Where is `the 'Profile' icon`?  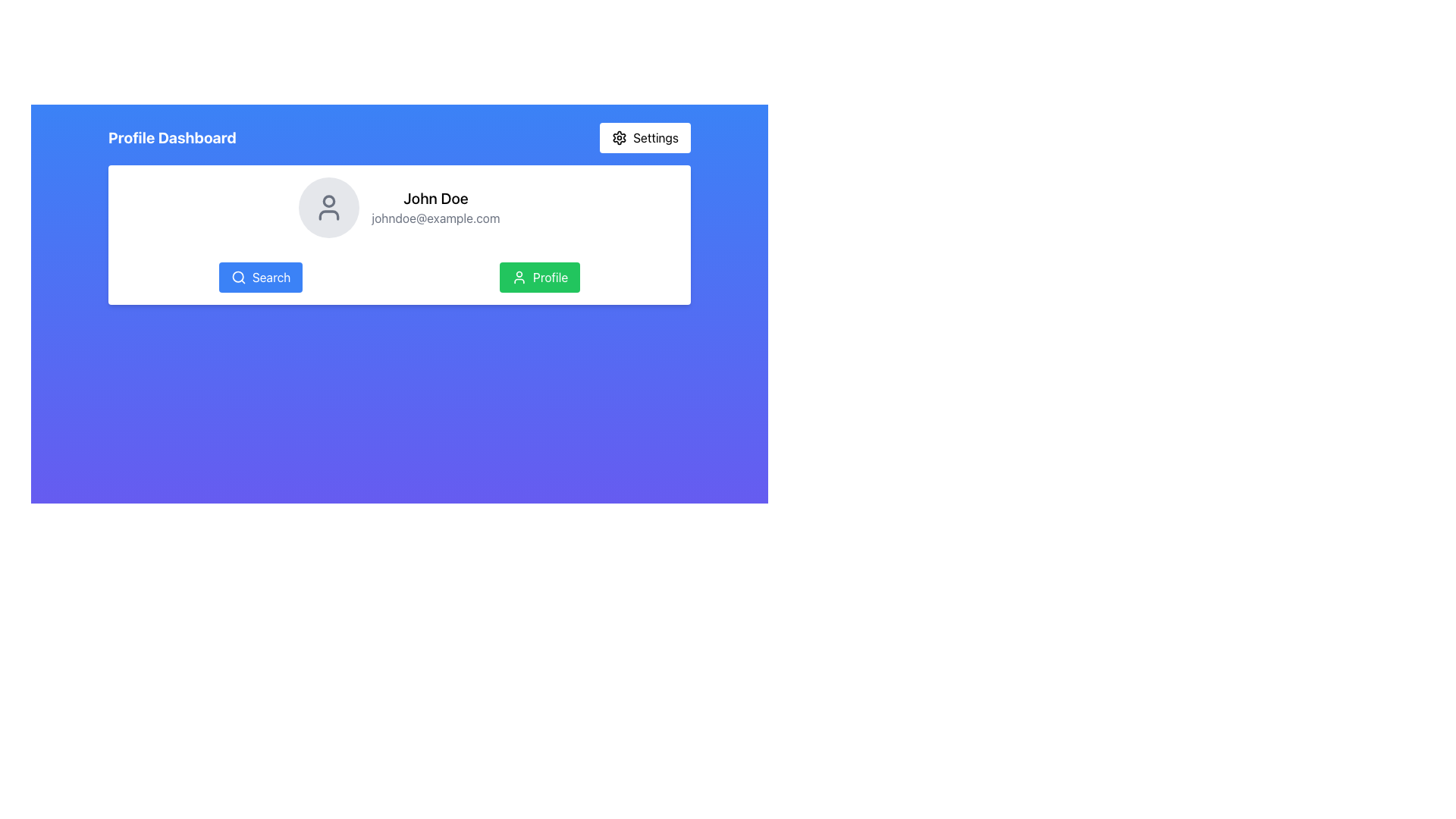
the 'Profile' icon is located at coordinates (519, 278).